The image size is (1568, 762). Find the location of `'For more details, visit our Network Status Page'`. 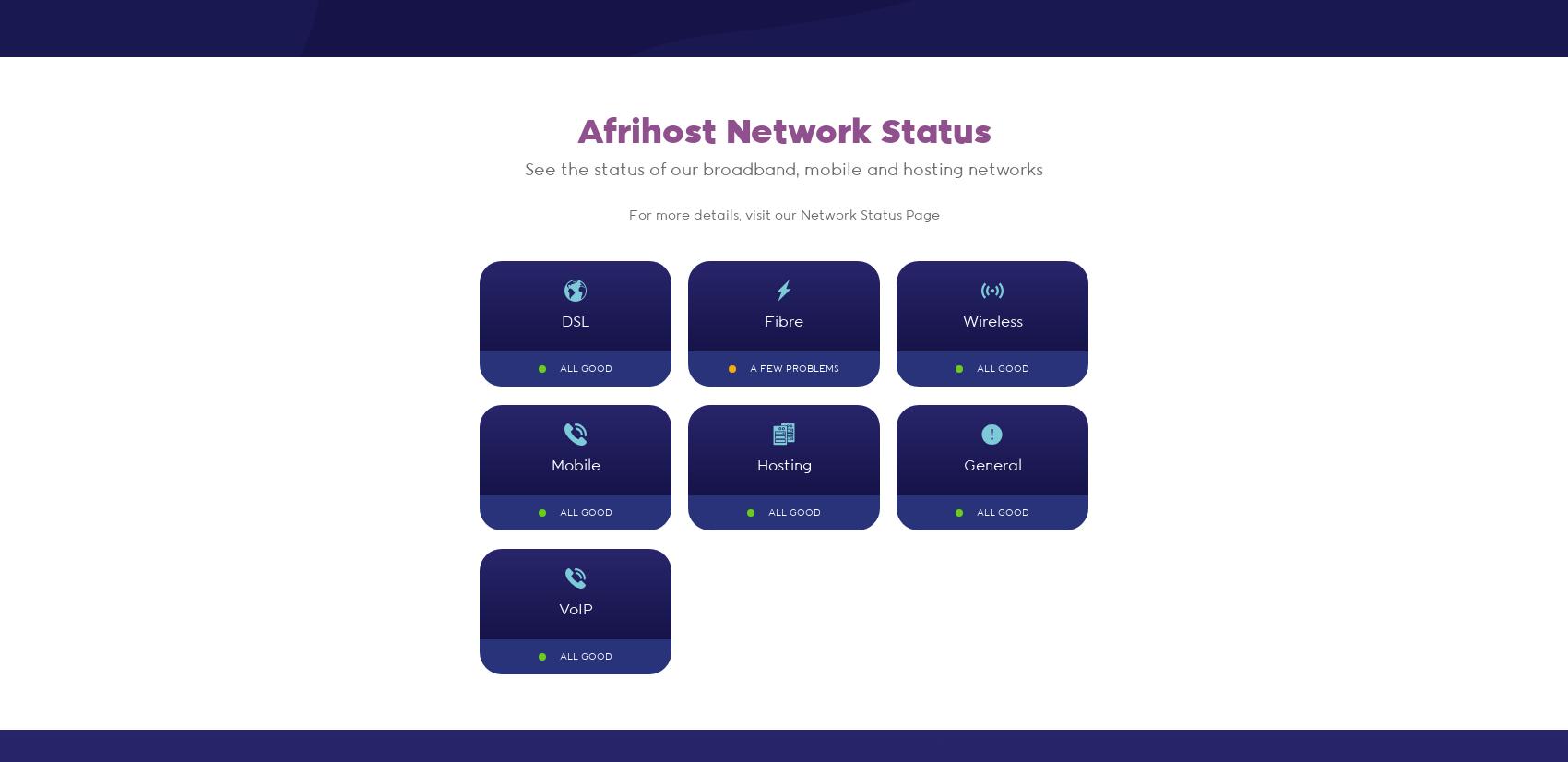

'For more details, visit our Network Status Page' is located at coordinates (782, 215).